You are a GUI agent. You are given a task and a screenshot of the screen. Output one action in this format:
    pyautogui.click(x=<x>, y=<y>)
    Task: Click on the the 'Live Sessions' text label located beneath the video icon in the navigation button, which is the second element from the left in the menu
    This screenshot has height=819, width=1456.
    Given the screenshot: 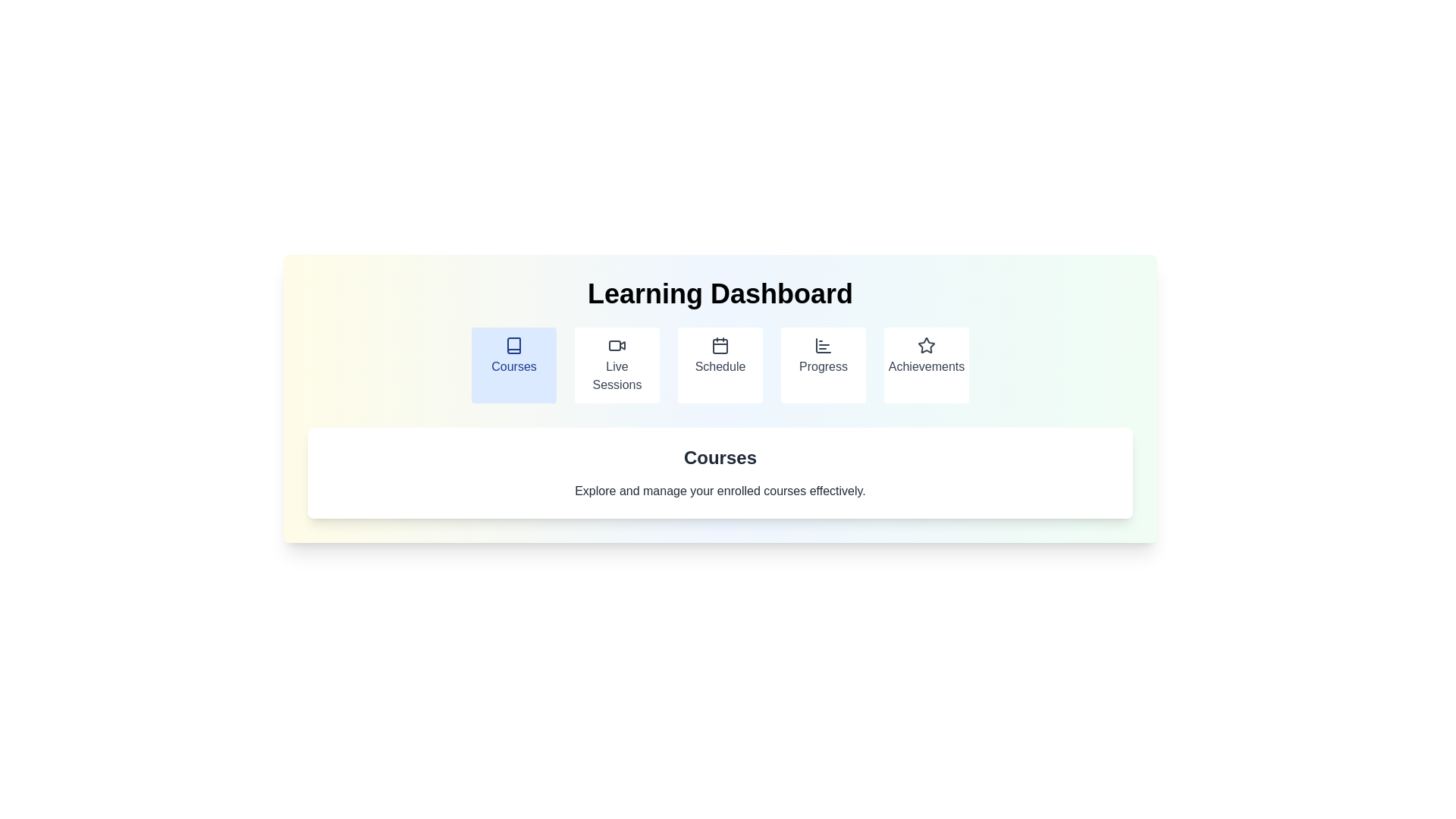 What is the action you would take?
    pyautogui.click(x=617, y=375)
    